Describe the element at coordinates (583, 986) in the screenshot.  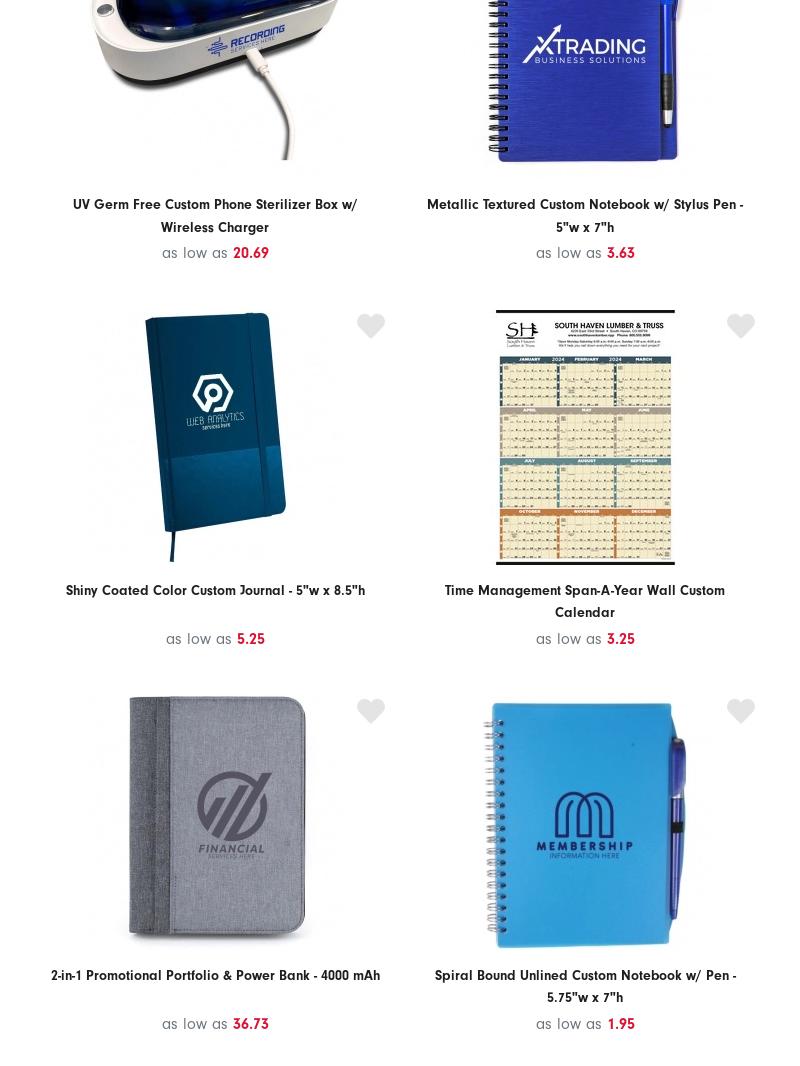
I see `'Spiral Bound Unlined Custom Notebook w/ Pen - 5.75"w x 7"h'` at that location.